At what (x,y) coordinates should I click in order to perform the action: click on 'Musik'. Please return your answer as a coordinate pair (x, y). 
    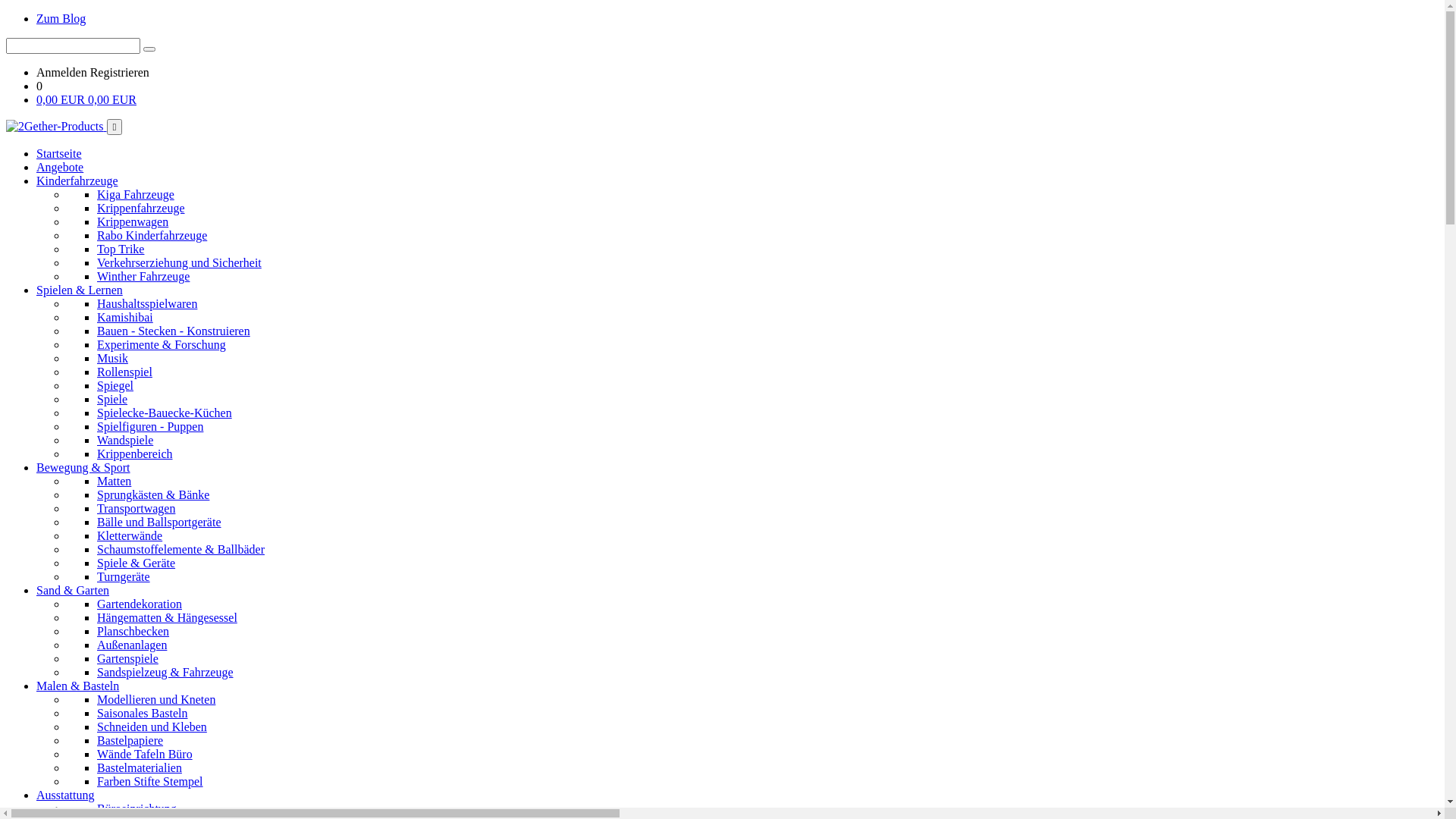
    Looking at the image, I should click on (96, 358).